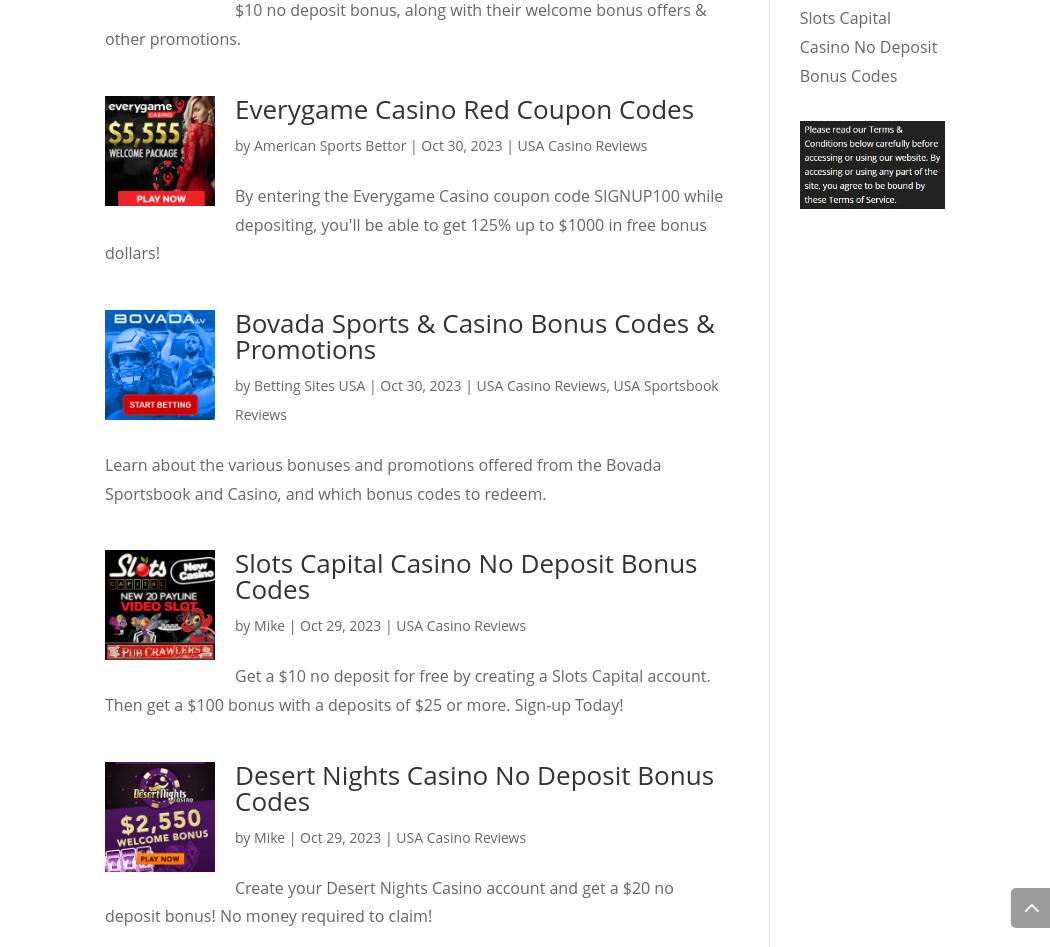 Image resolution: width=1050 pixels, height=947 pixels. What do you see at coordinates (389, 900) in the screenshot?
I see `'Create your Desert Nights Casino account and get a $20 no deposit bonus! No money required to claim!'` at bounding box center [389, 900].